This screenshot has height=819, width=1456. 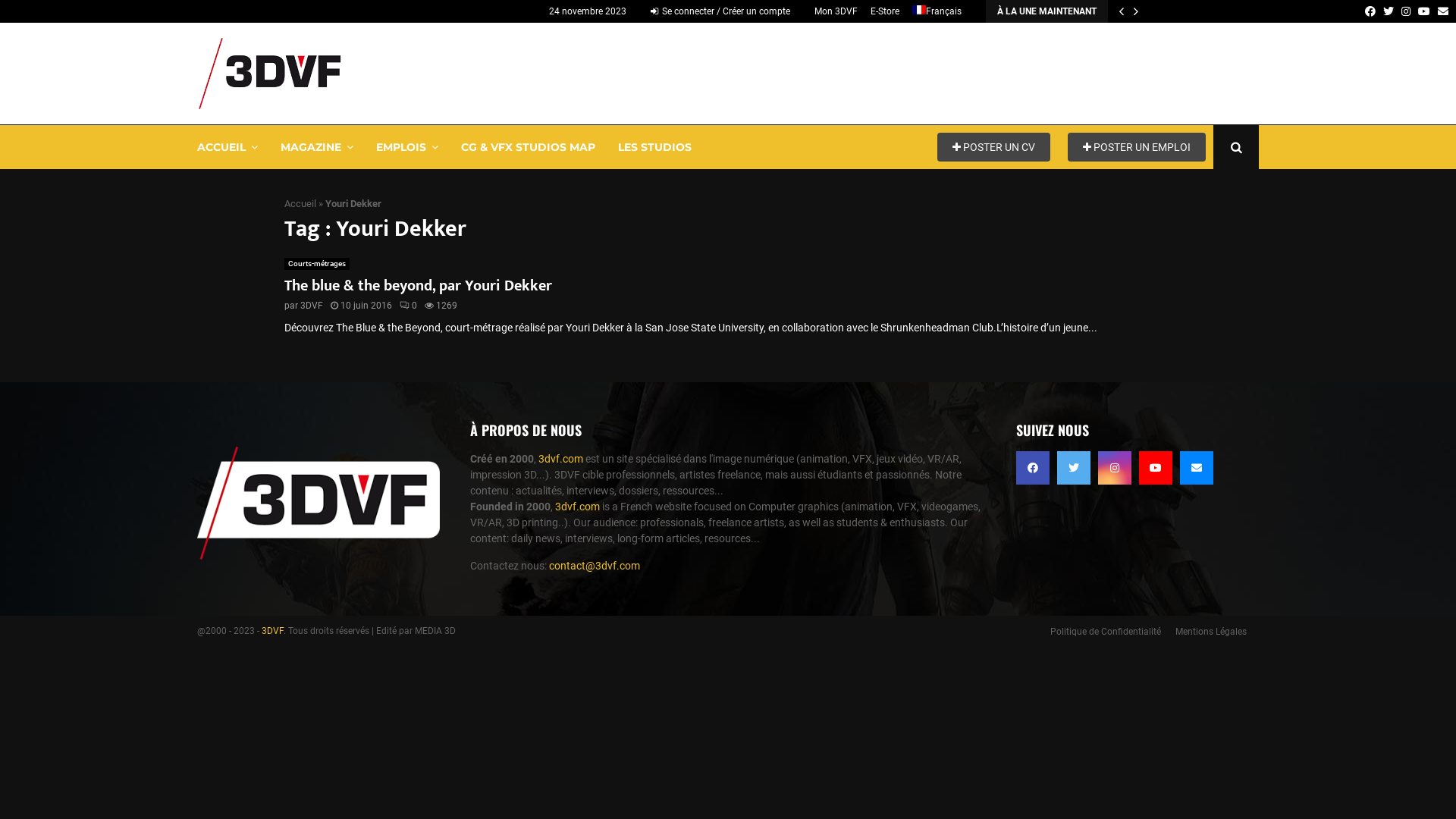 I want to click on 'ACCUEIL', so click(x=226, y=146).